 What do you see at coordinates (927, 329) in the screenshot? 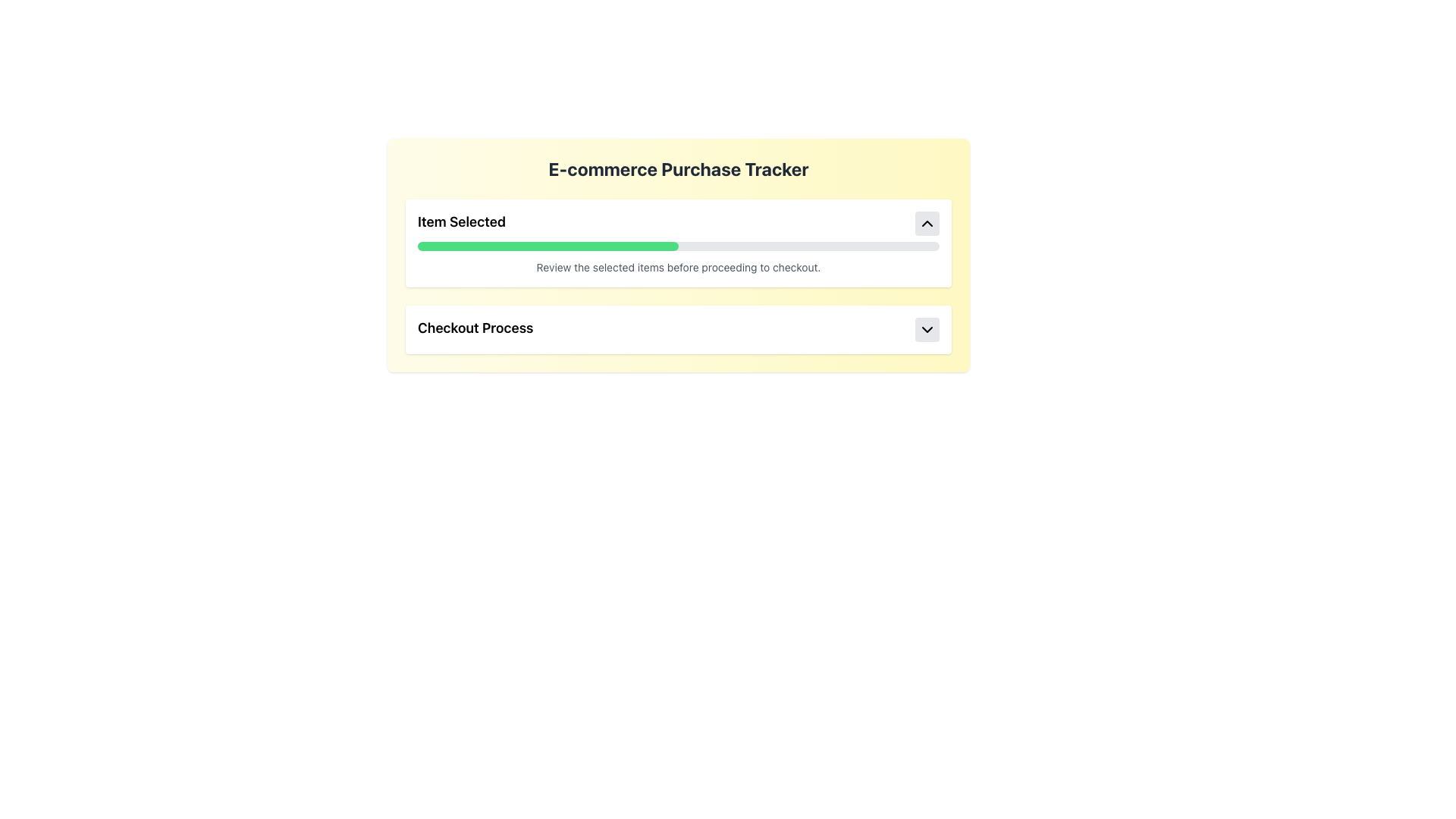
I see `the chevron icon located in the bottom right of the 'Checkout Process' section` at bounding box center [927, 329].